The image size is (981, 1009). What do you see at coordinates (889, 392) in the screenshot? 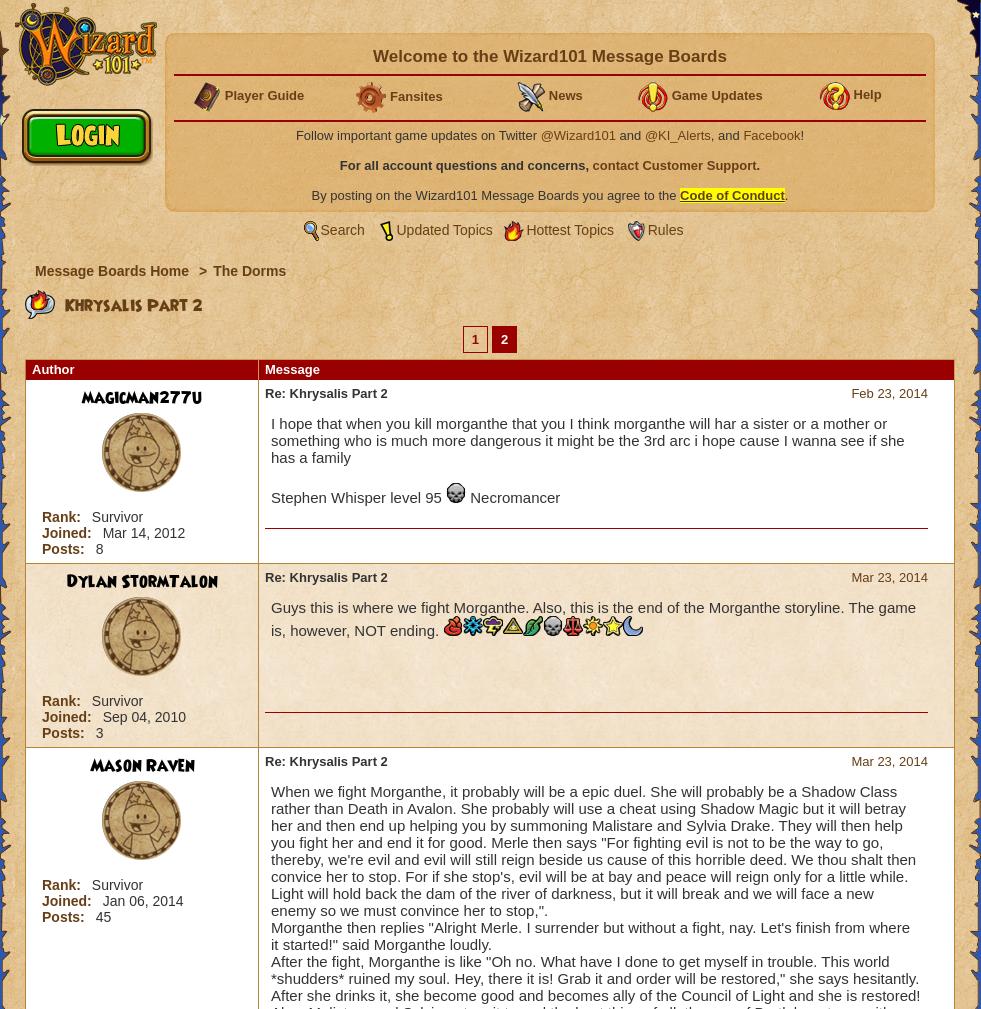
I see `'Feb 23, 2014'` at bounding box center [889, 392].